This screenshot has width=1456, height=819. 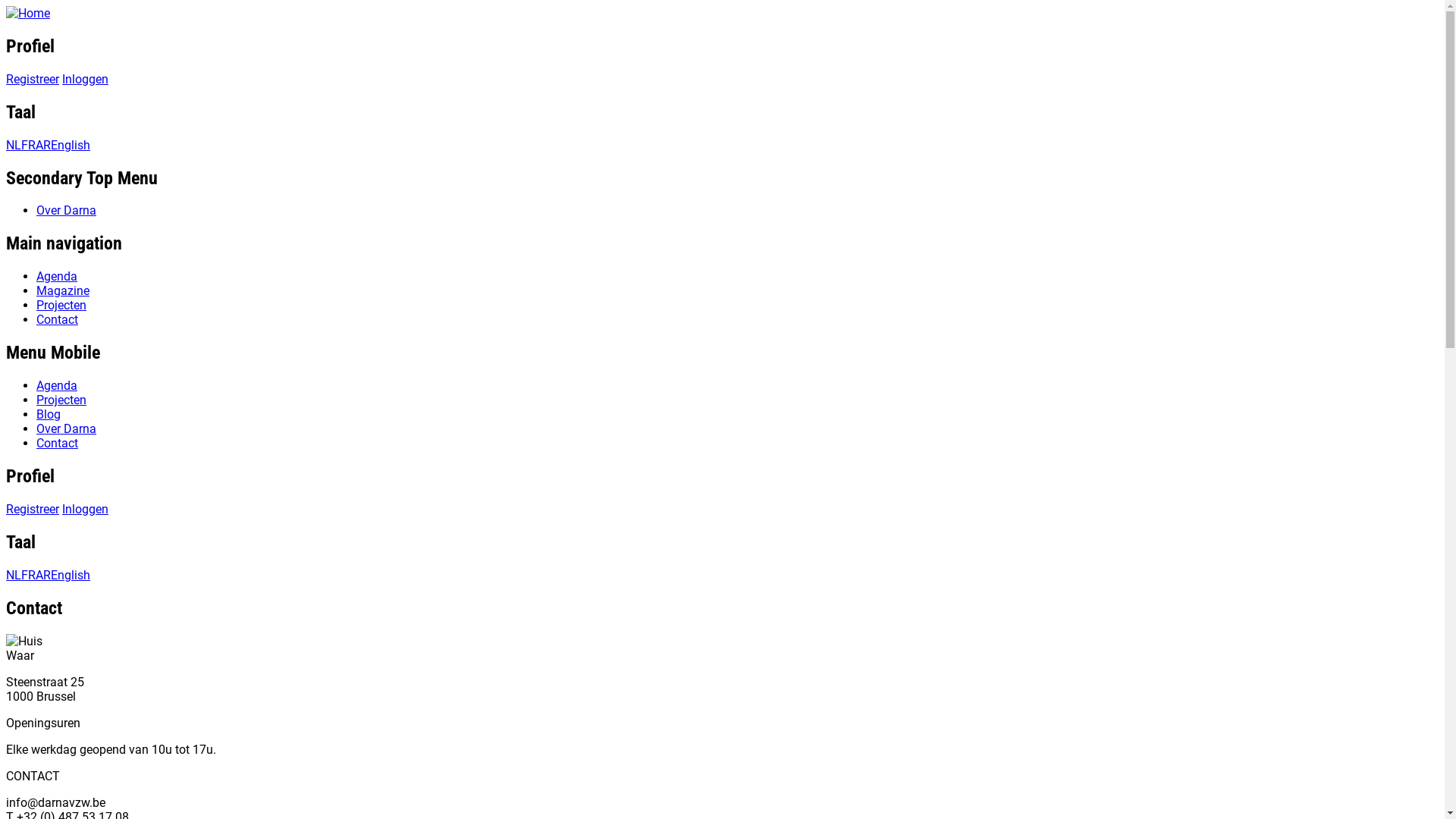 I want to click on 'AR', so click(x=36, y=145).